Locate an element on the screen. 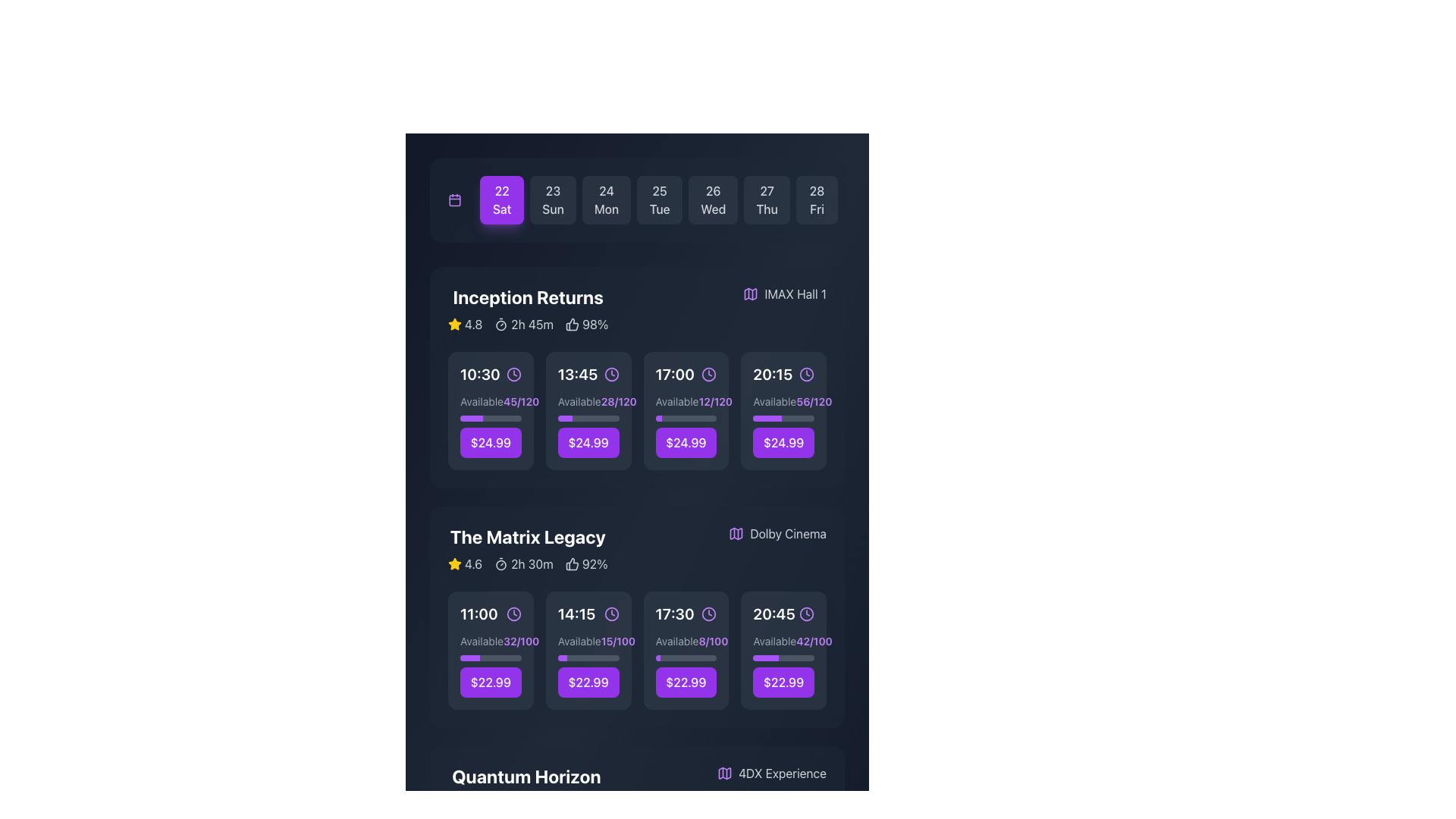 The width and height of the screenshot is (1456, 819). the time indicator icon located in the top-right corner of the box displaying '17:00' is located at coordinates (708, 374).